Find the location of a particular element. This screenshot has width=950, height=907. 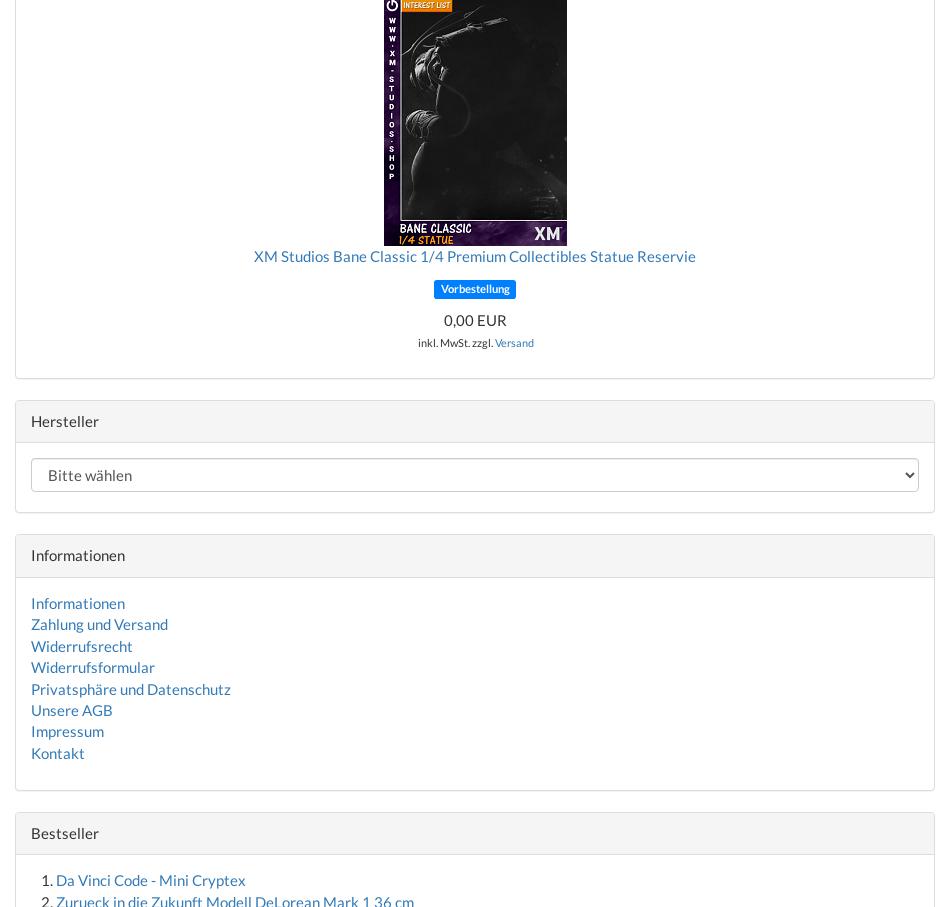

'Privatsphäre und Datenschutz' is located at coordinates (131, 686).